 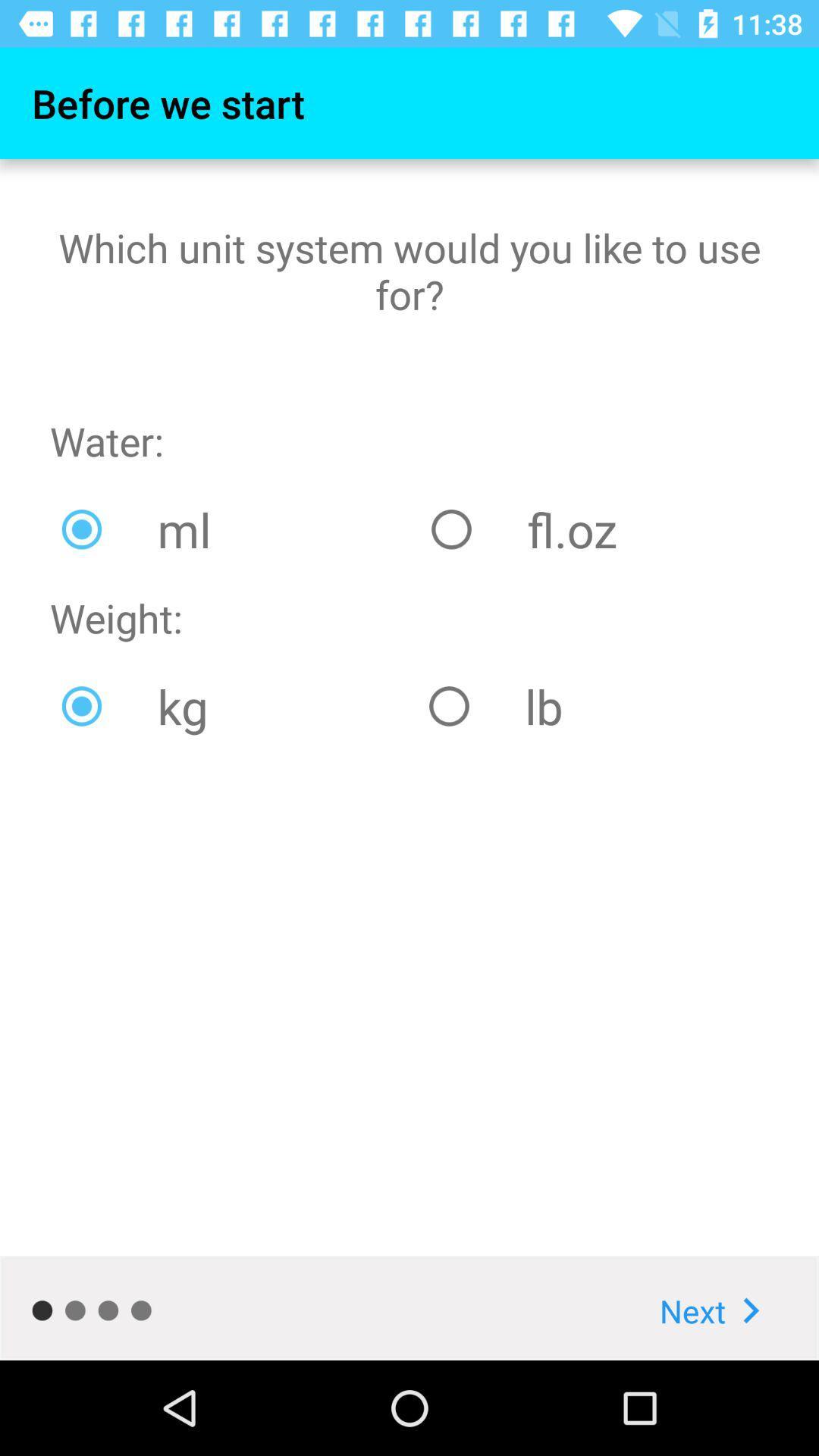 I want to click on the item next to the ml, so click(x=593, y=529).